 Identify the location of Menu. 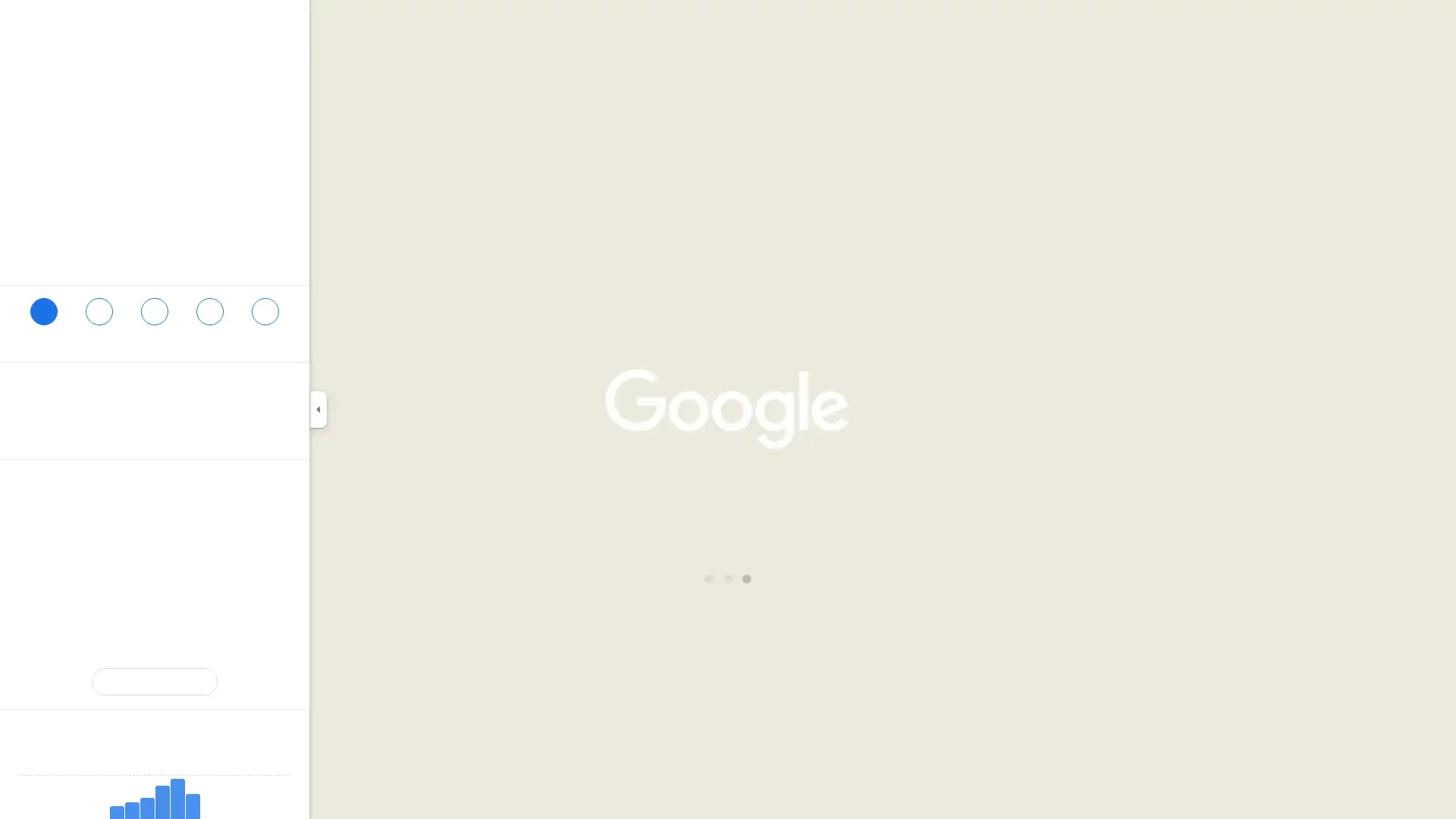
(27, 26).